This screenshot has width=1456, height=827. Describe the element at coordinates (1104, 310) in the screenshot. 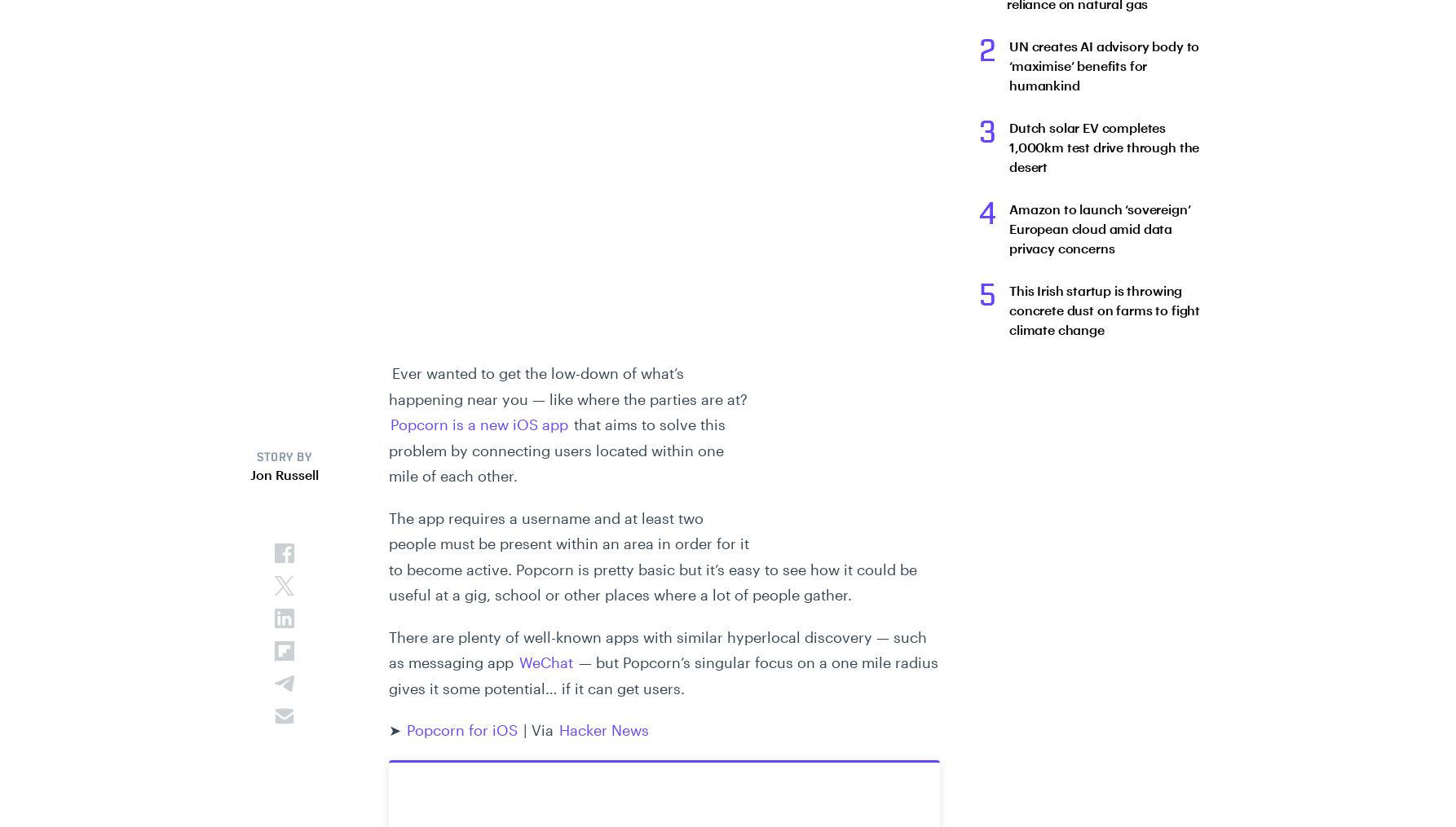

I see `'This Irish startup is throwing concrete dust on farms to fight climate change'` at that location.